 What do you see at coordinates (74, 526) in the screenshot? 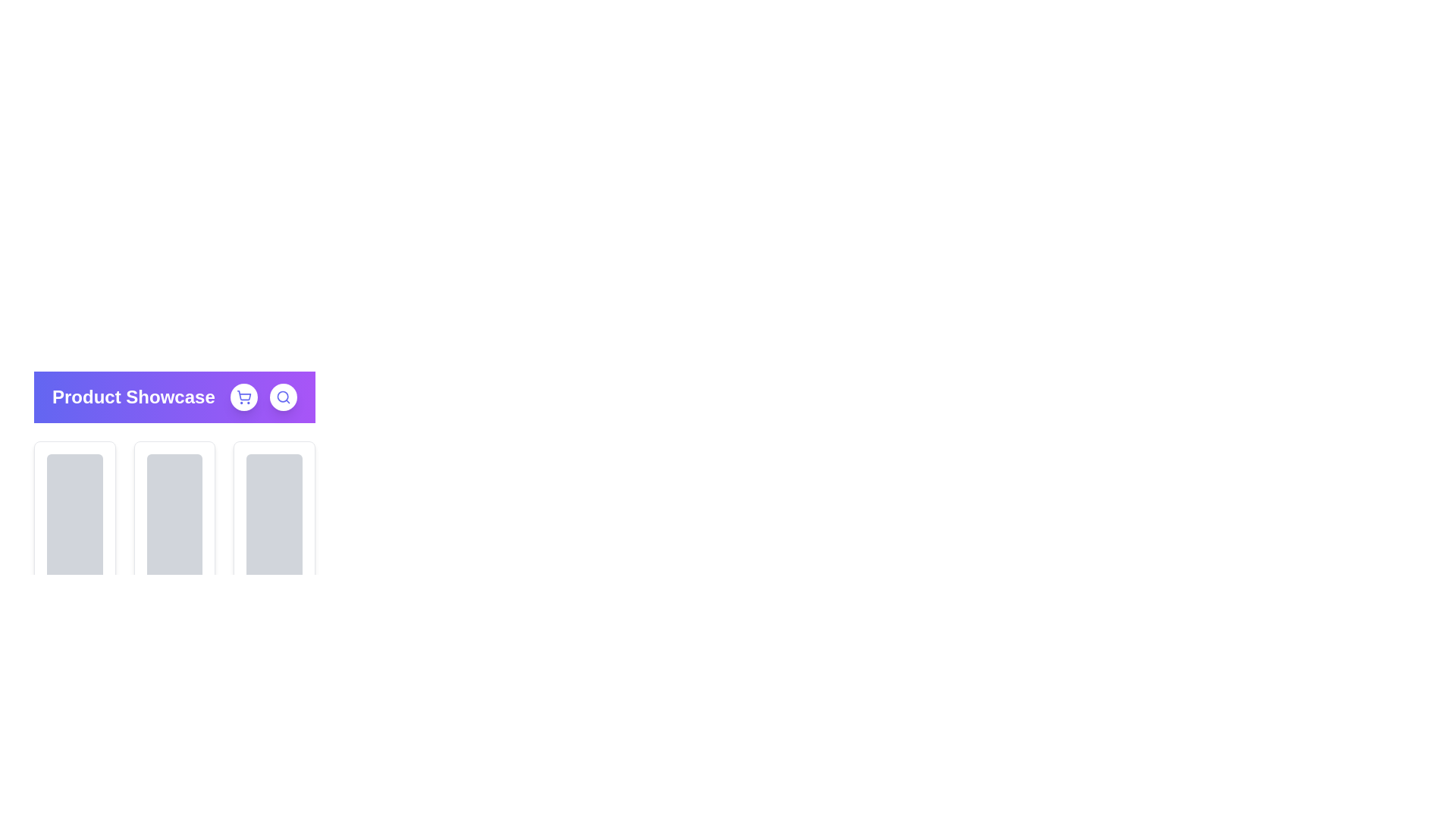
I see `the vertically rectangular, light grey block element serving as an image placeholder, located at the top of the product card` at bounding box center [74, 526].